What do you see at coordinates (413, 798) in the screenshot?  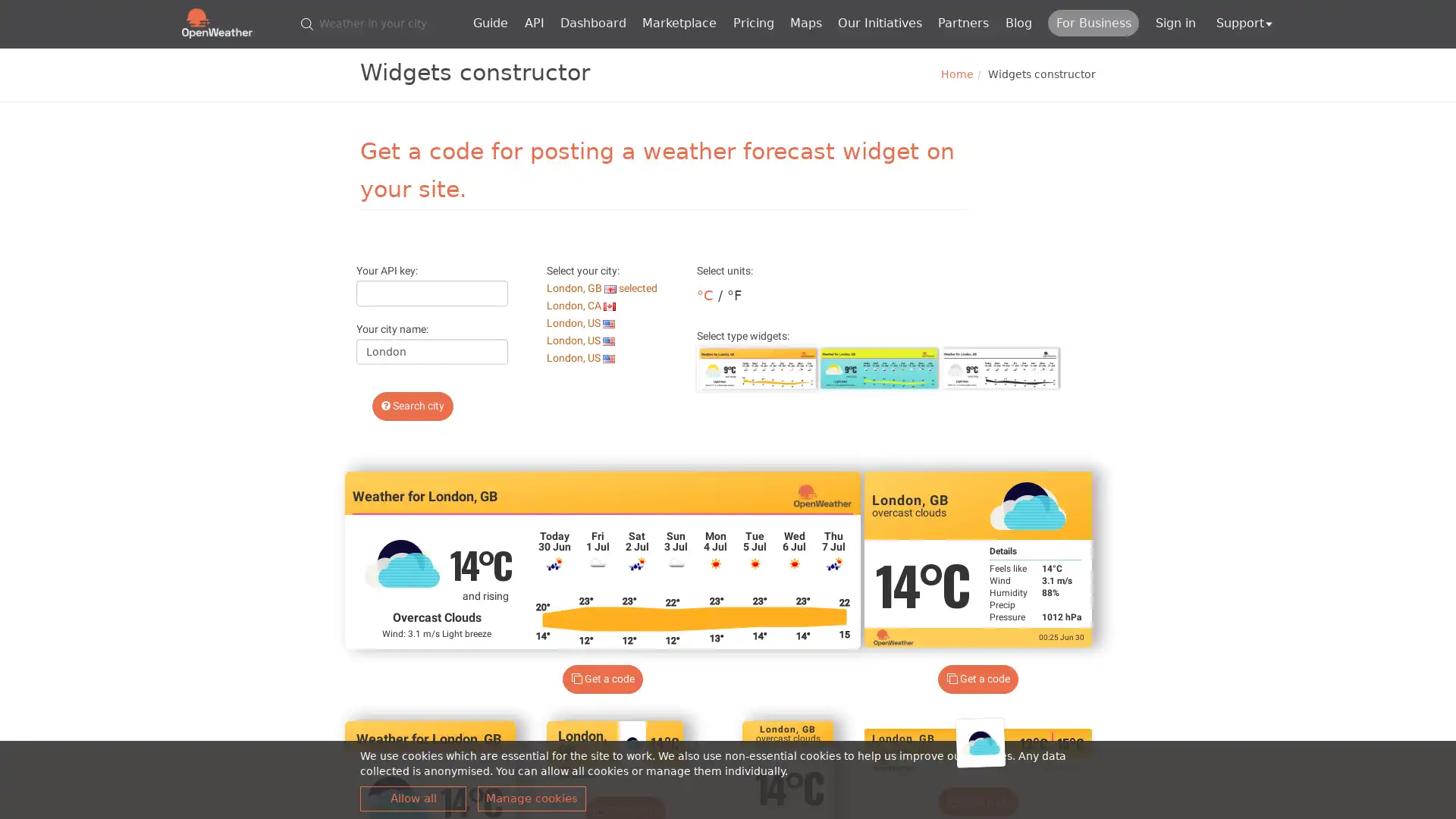 I see `Allow all` at bounding box center [413, 798].